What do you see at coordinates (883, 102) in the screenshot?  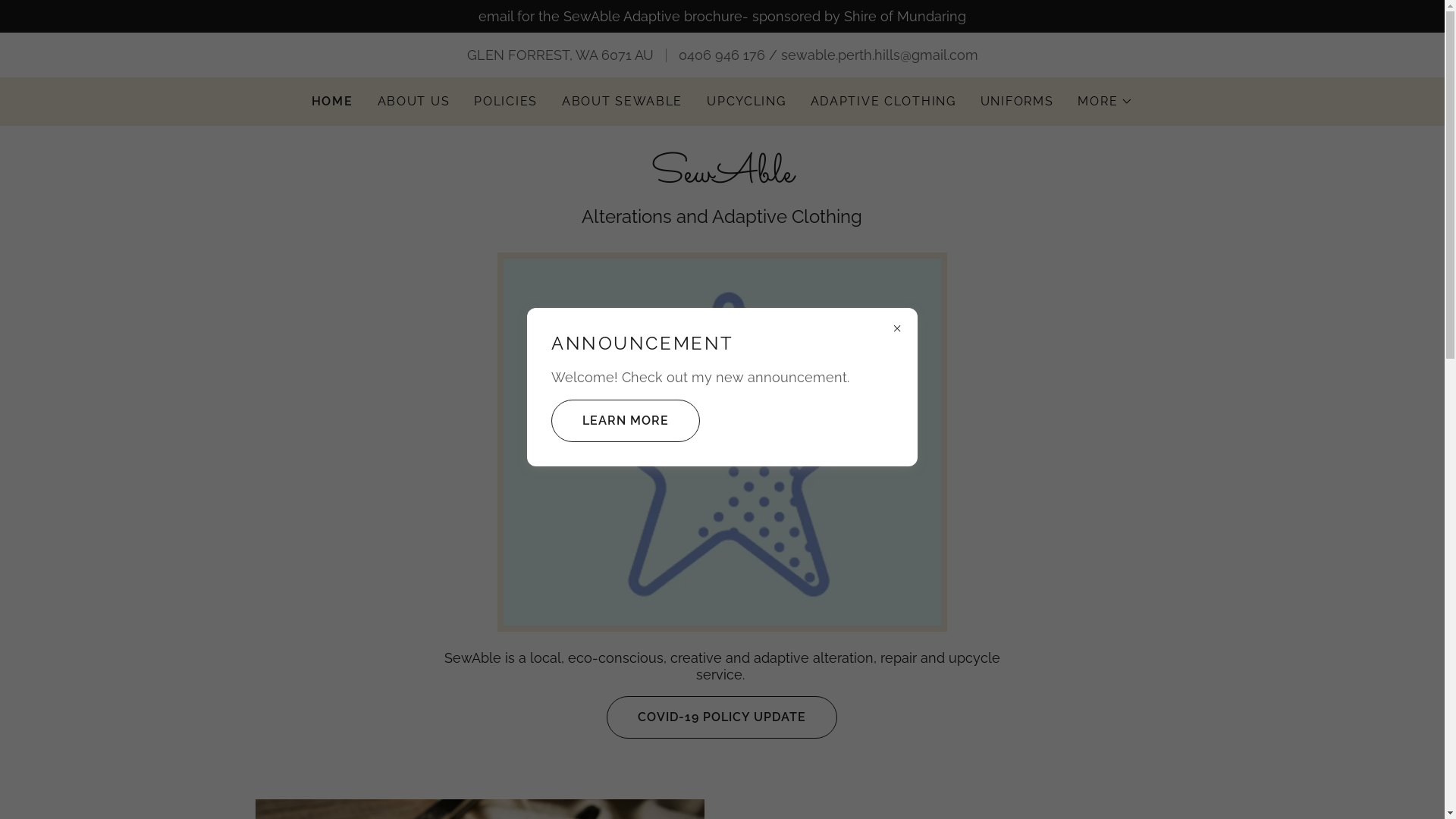 I see `'ADAPTIVE CLOTHING'` at bounding box center [883, 102].